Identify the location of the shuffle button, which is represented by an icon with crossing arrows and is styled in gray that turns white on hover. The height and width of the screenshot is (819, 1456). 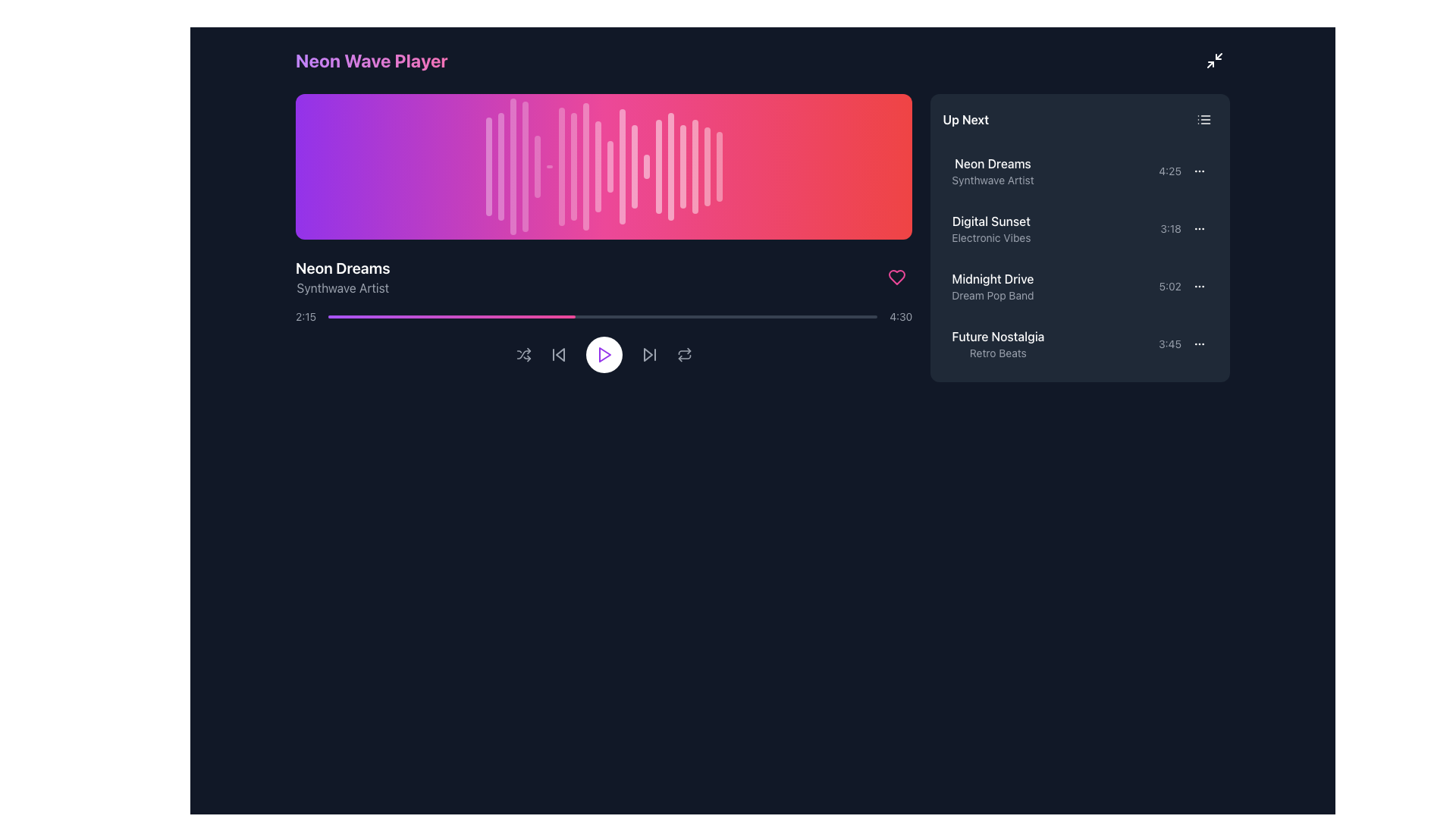
(523, 354).